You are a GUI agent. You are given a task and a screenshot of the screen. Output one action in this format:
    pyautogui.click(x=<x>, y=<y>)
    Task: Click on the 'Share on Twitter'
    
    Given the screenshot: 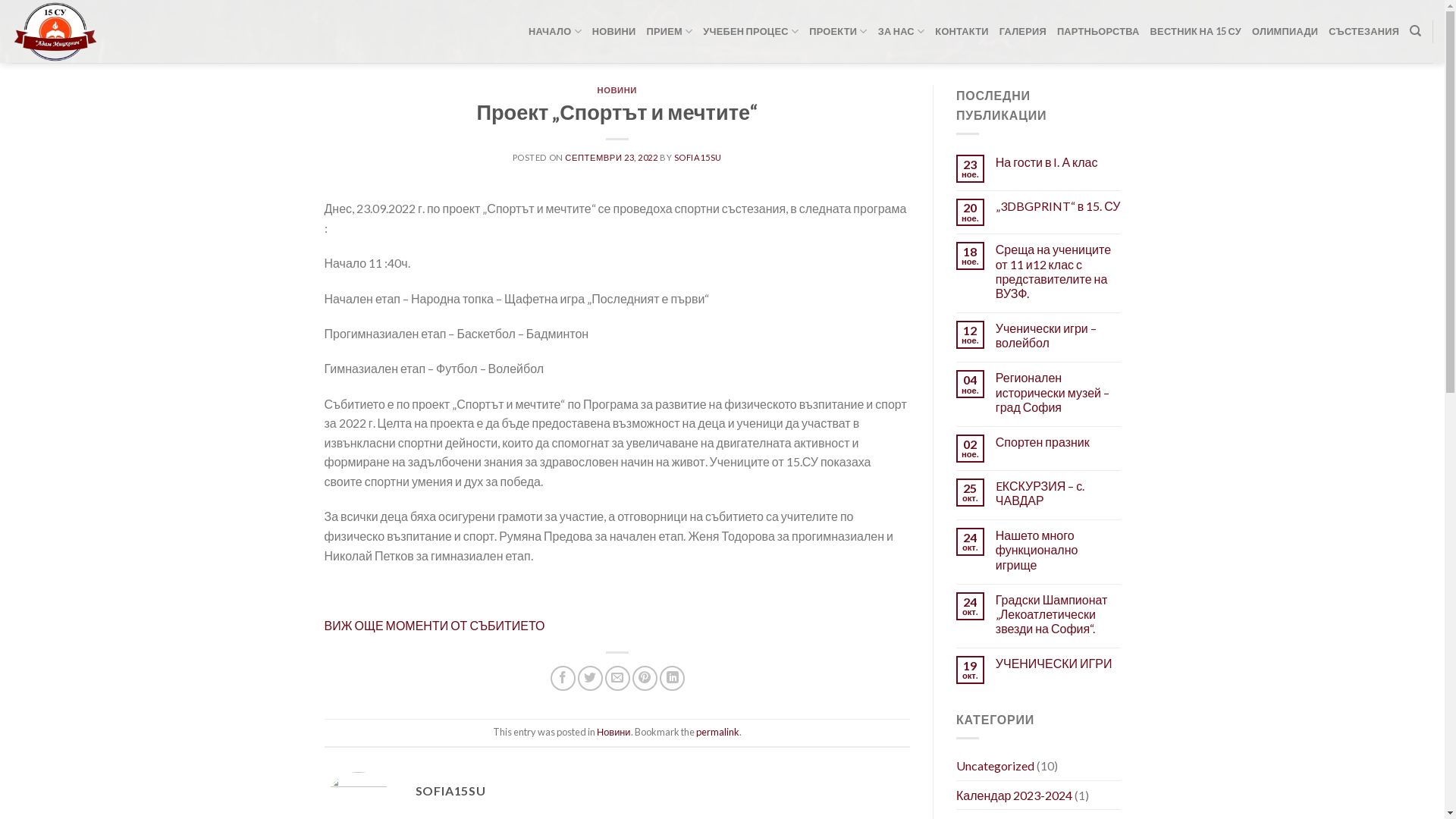 What is the action you would take?
    pyautogui.click(x=577, y=677)
    